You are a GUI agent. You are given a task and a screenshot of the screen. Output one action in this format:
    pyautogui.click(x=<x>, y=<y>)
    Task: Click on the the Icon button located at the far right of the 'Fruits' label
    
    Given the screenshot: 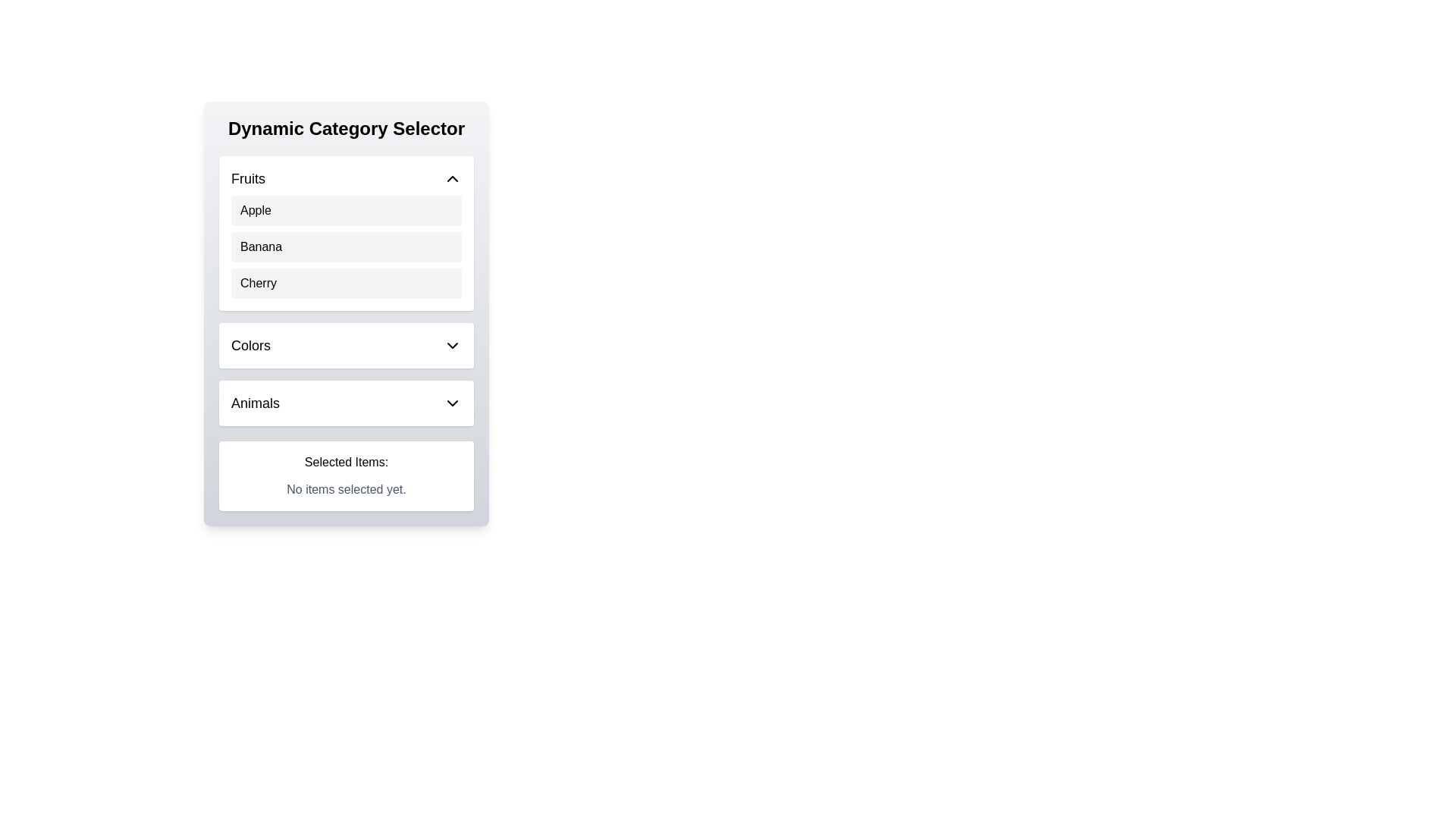 What is the action you would take?
    pyautogui.click(x=451, y=177)
    